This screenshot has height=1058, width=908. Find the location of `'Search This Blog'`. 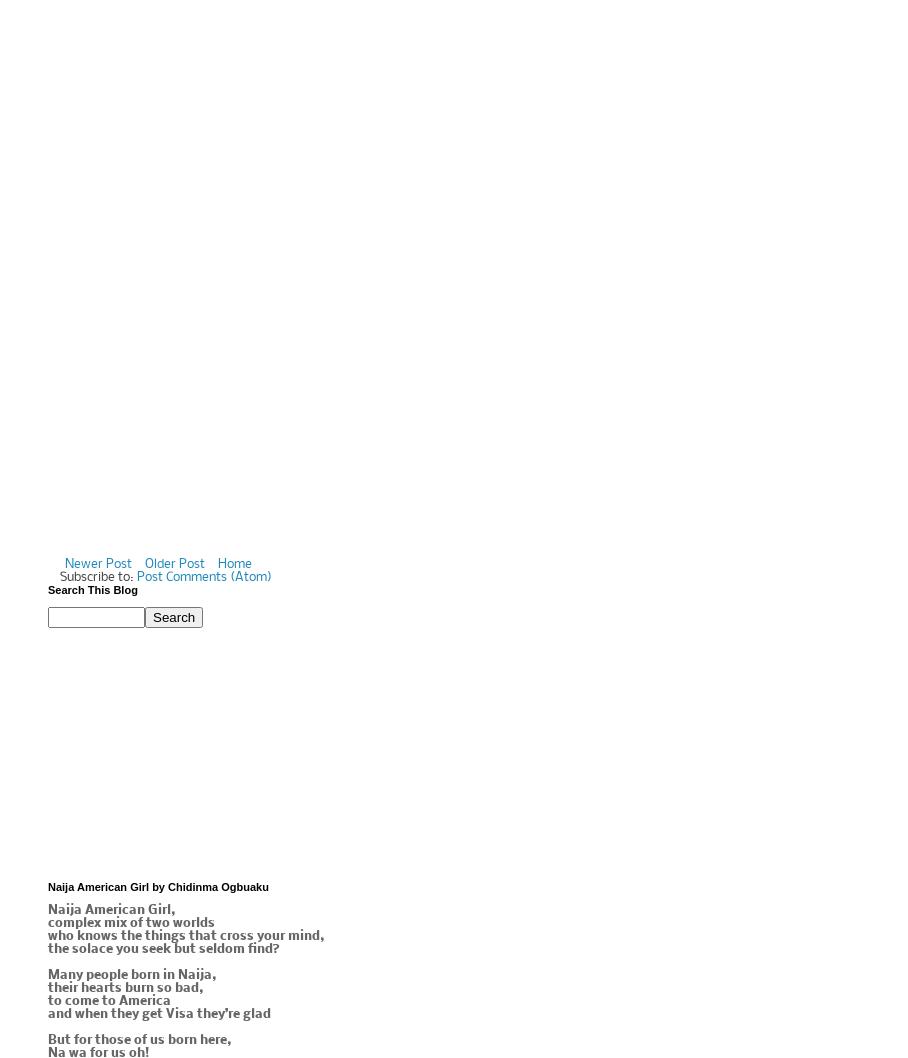

'Search This Blog' is located at coordinates (91, 590).